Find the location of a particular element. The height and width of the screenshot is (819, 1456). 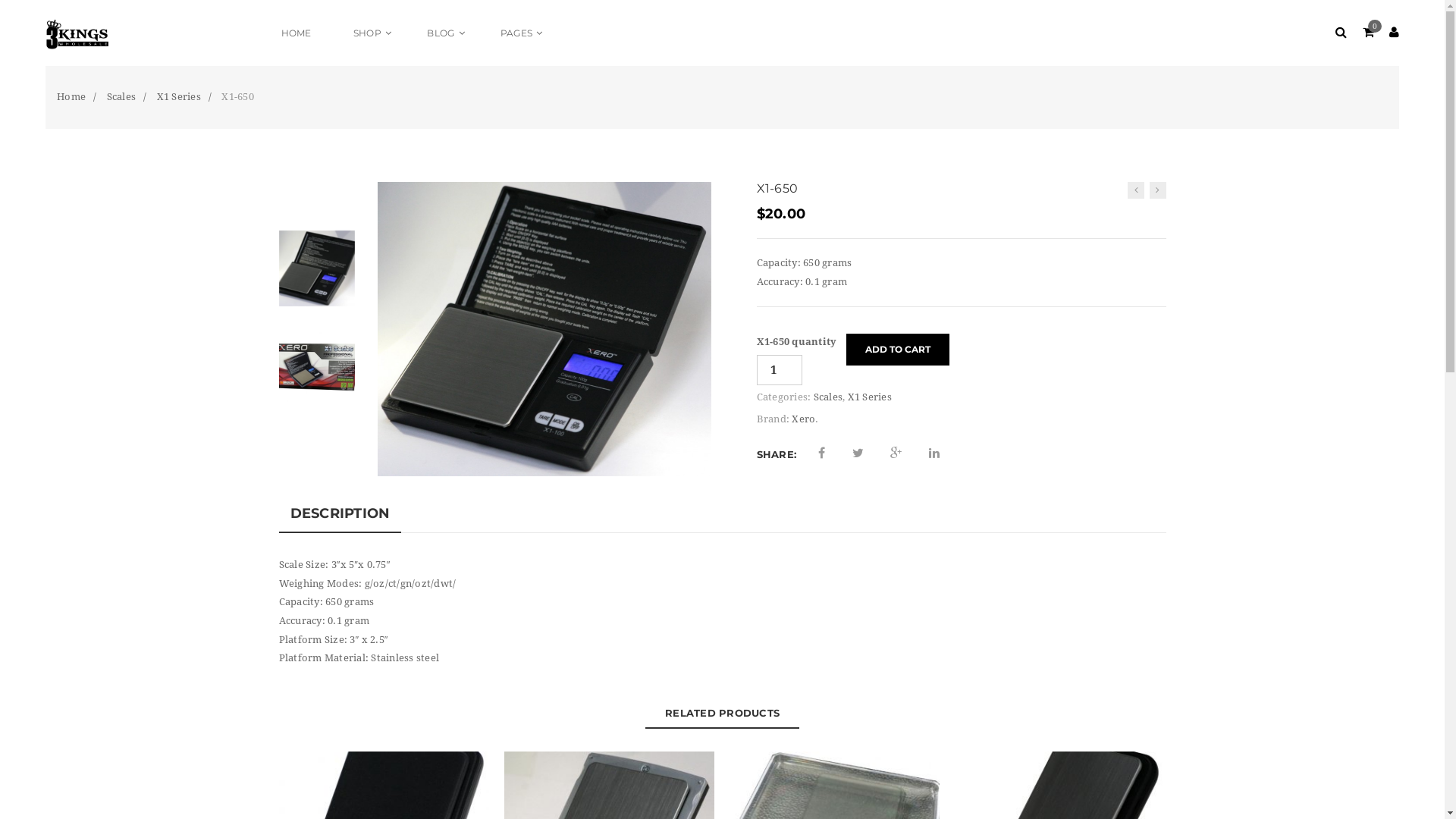

'Share on Twitter' is located at coordinates (858, 452).